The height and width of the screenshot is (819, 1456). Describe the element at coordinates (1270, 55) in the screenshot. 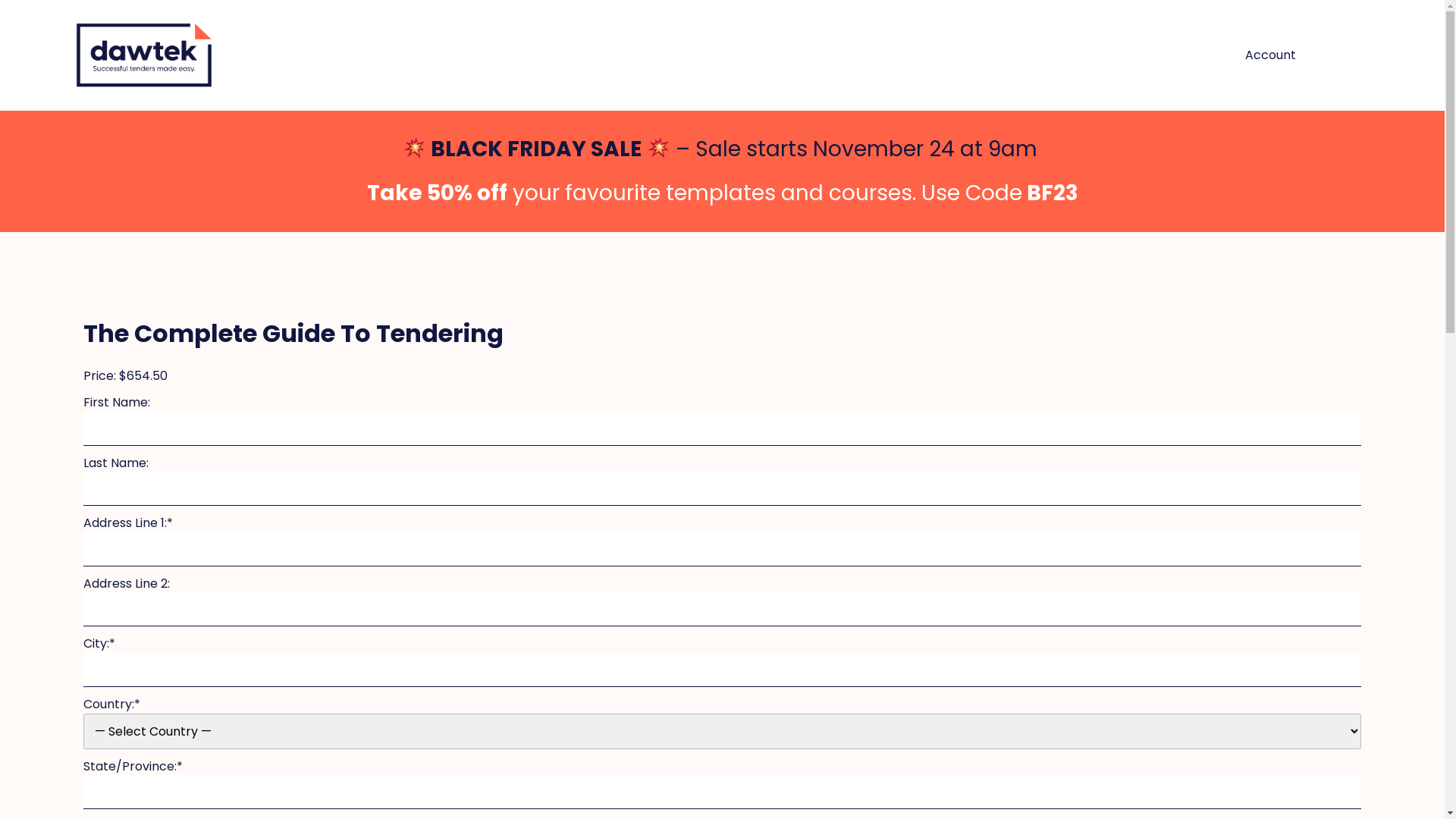

I see `'Account'` at that location.